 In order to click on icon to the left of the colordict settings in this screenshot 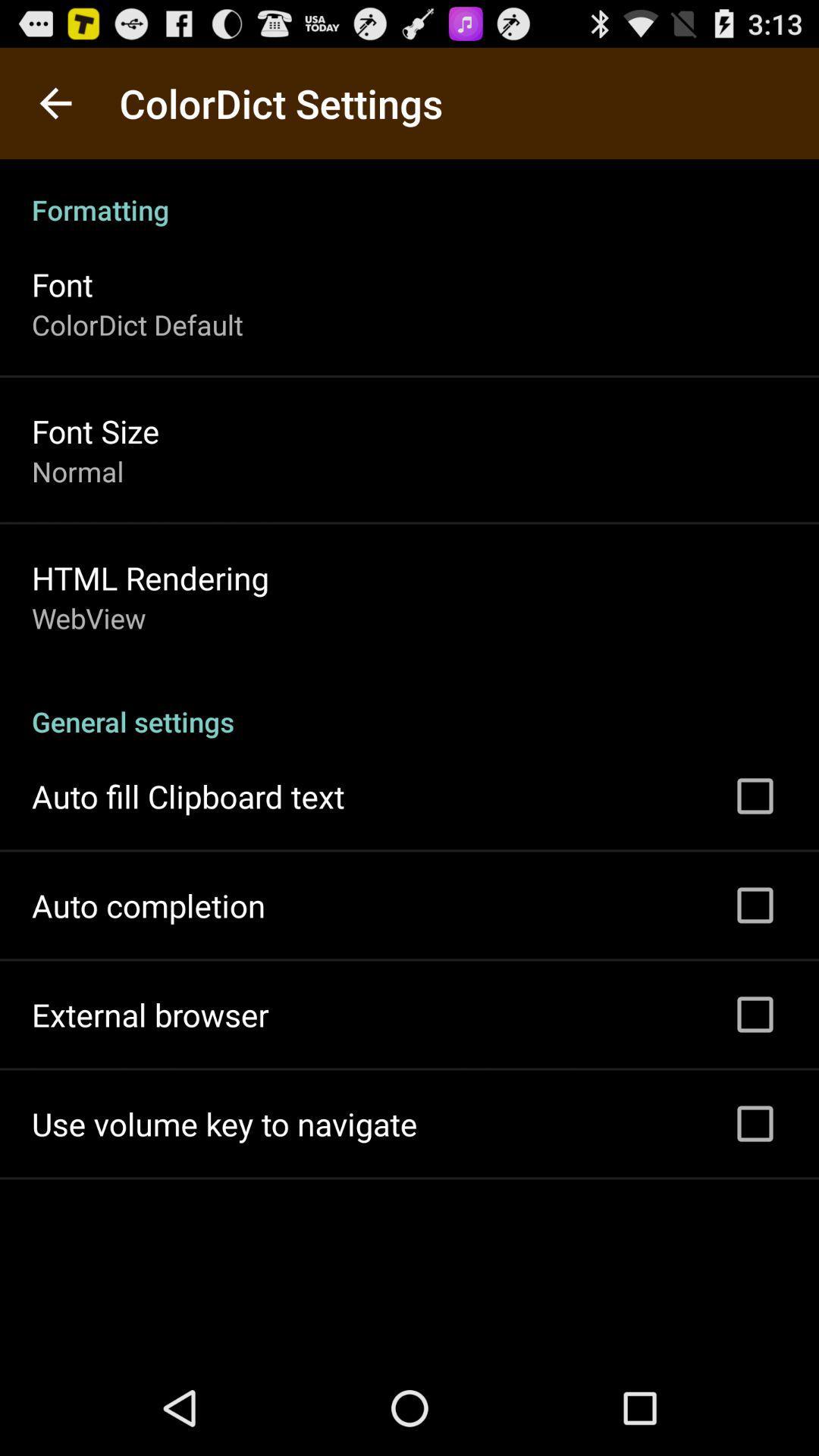, I will do `click(55, 102)`.